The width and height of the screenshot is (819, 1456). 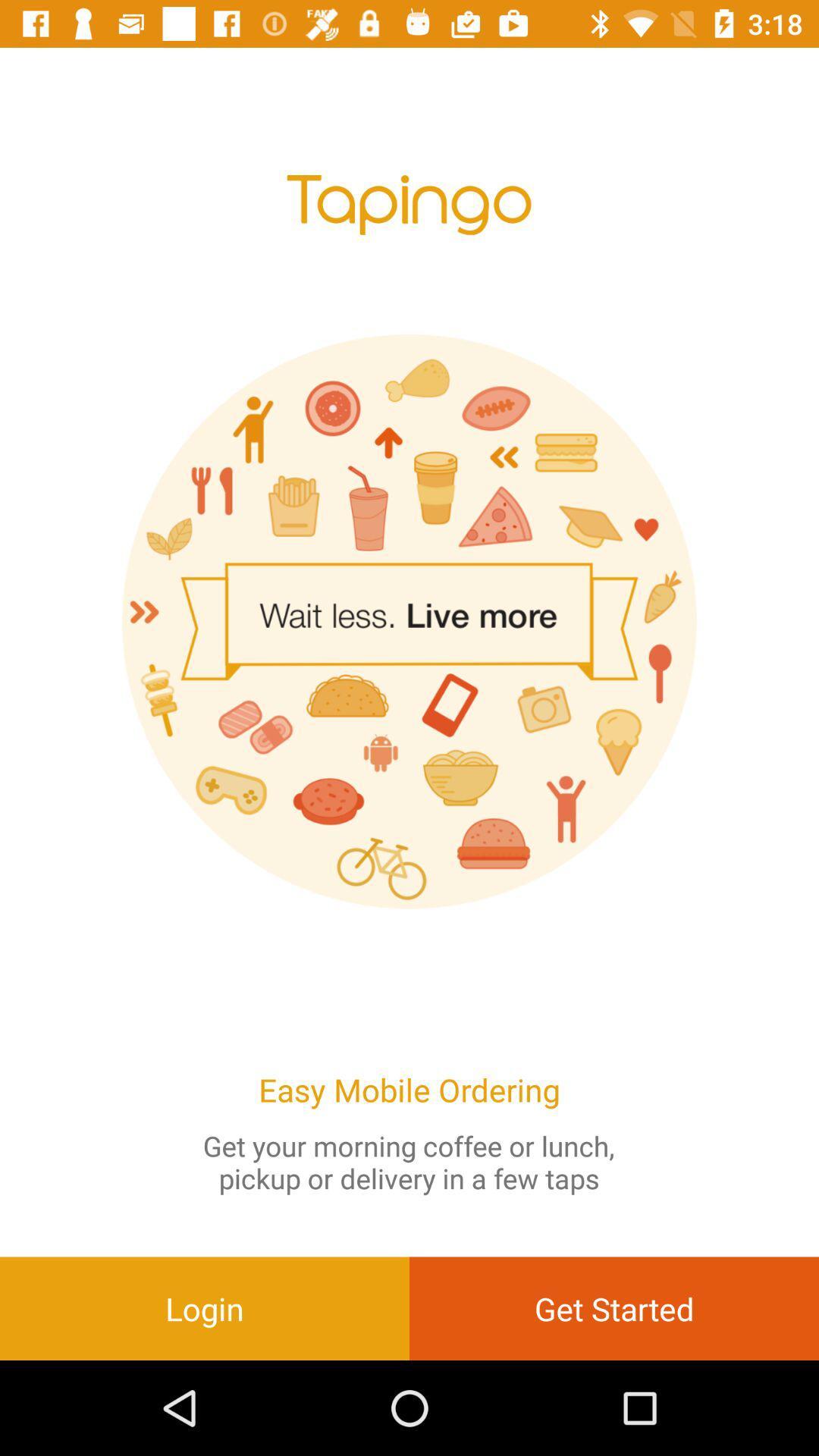 What do you see at coordinates (205, 1307) in the screenshot?
I see `the item below the get your morning` at bounding box center [205, 1307].